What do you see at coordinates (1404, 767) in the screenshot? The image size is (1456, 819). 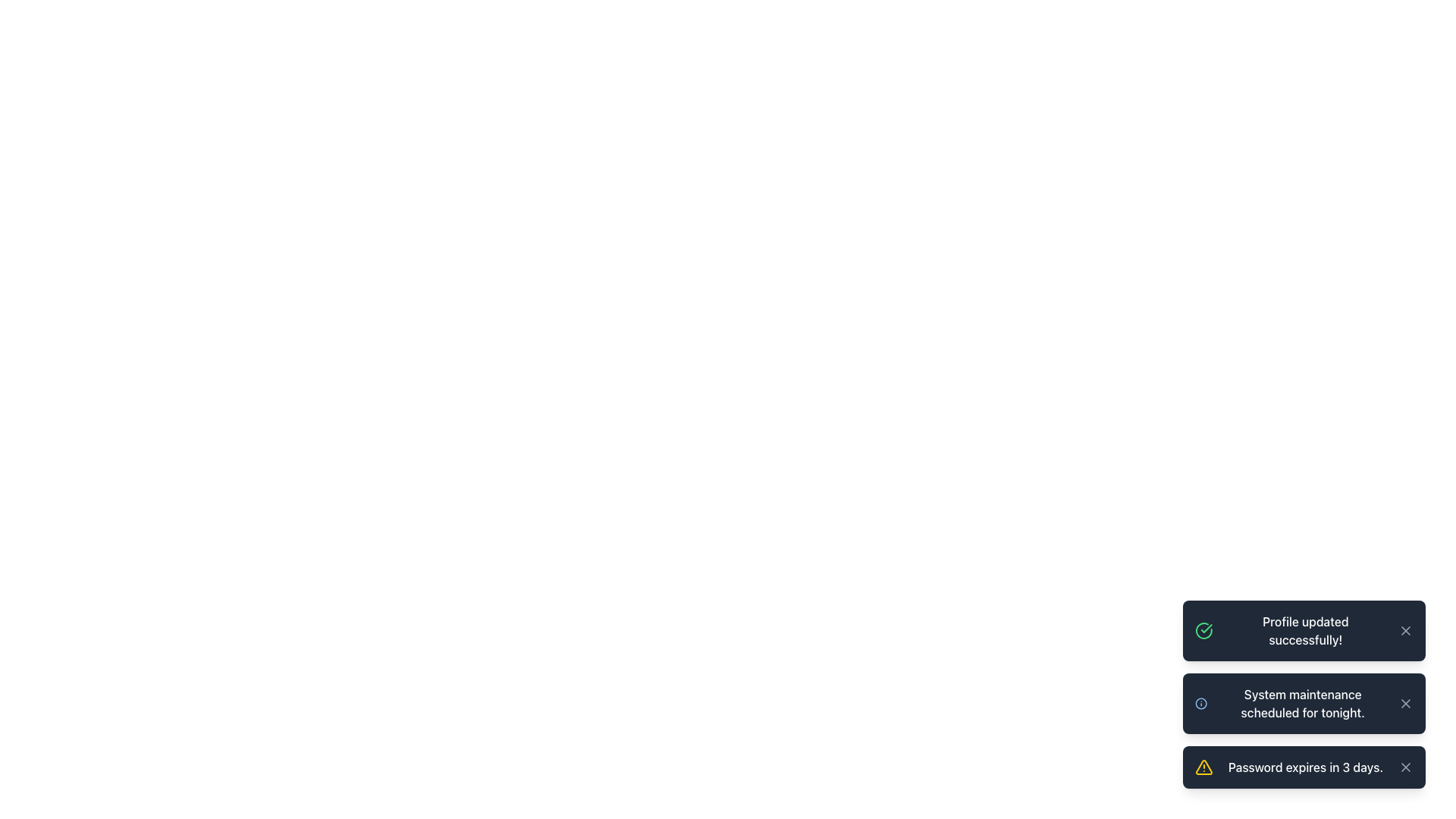 I see `the close button represented by an 'X' icon on the far right of the notification banner to change its color to red` at bounding box center [1404, 767].